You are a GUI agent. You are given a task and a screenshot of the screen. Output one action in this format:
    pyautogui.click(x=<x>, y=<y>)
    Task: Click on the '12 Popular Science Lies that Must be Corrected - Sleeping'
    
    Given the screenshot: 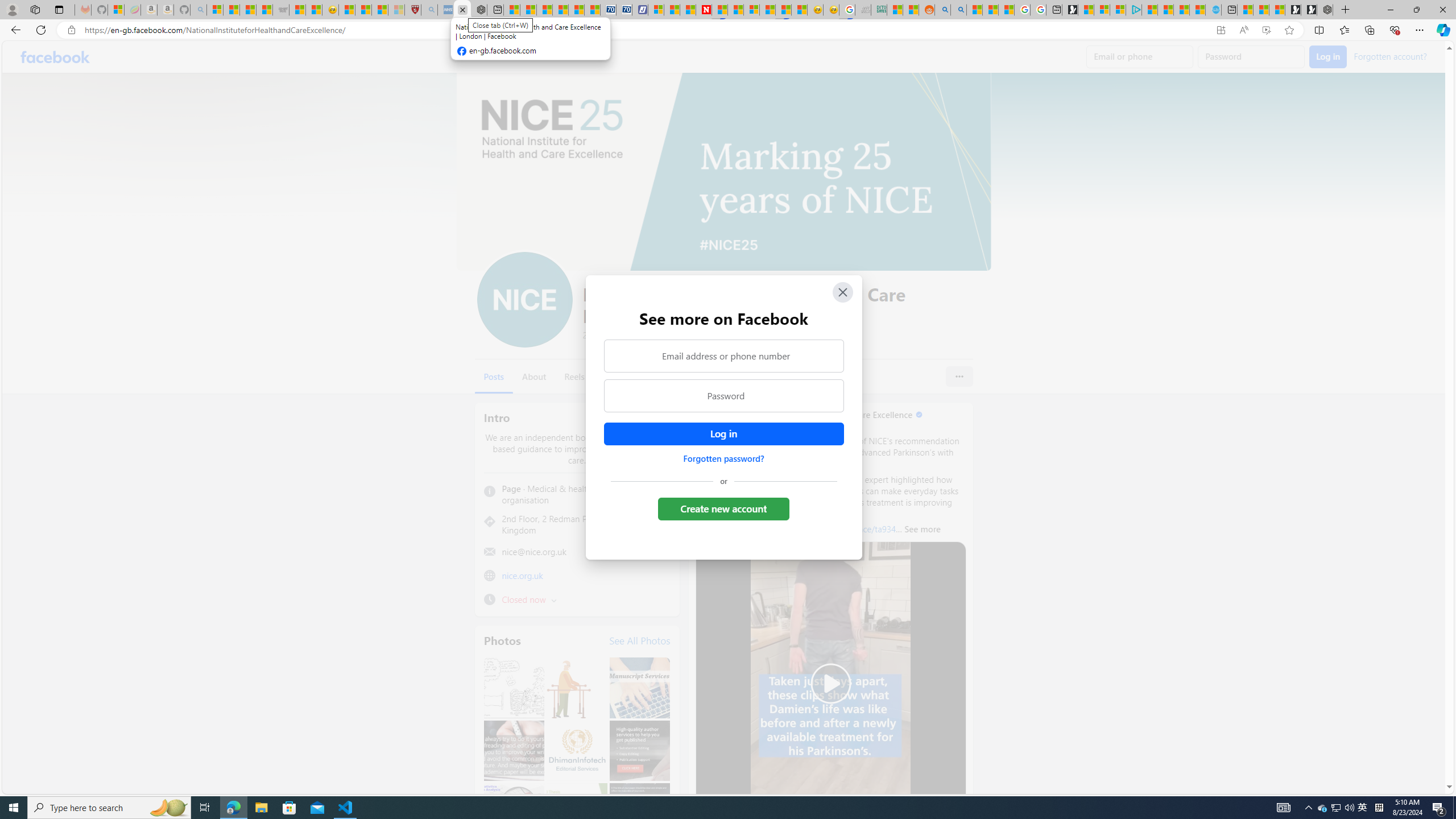 What is the action you would take?
    pyautogui.click(x=396, y=9)
    